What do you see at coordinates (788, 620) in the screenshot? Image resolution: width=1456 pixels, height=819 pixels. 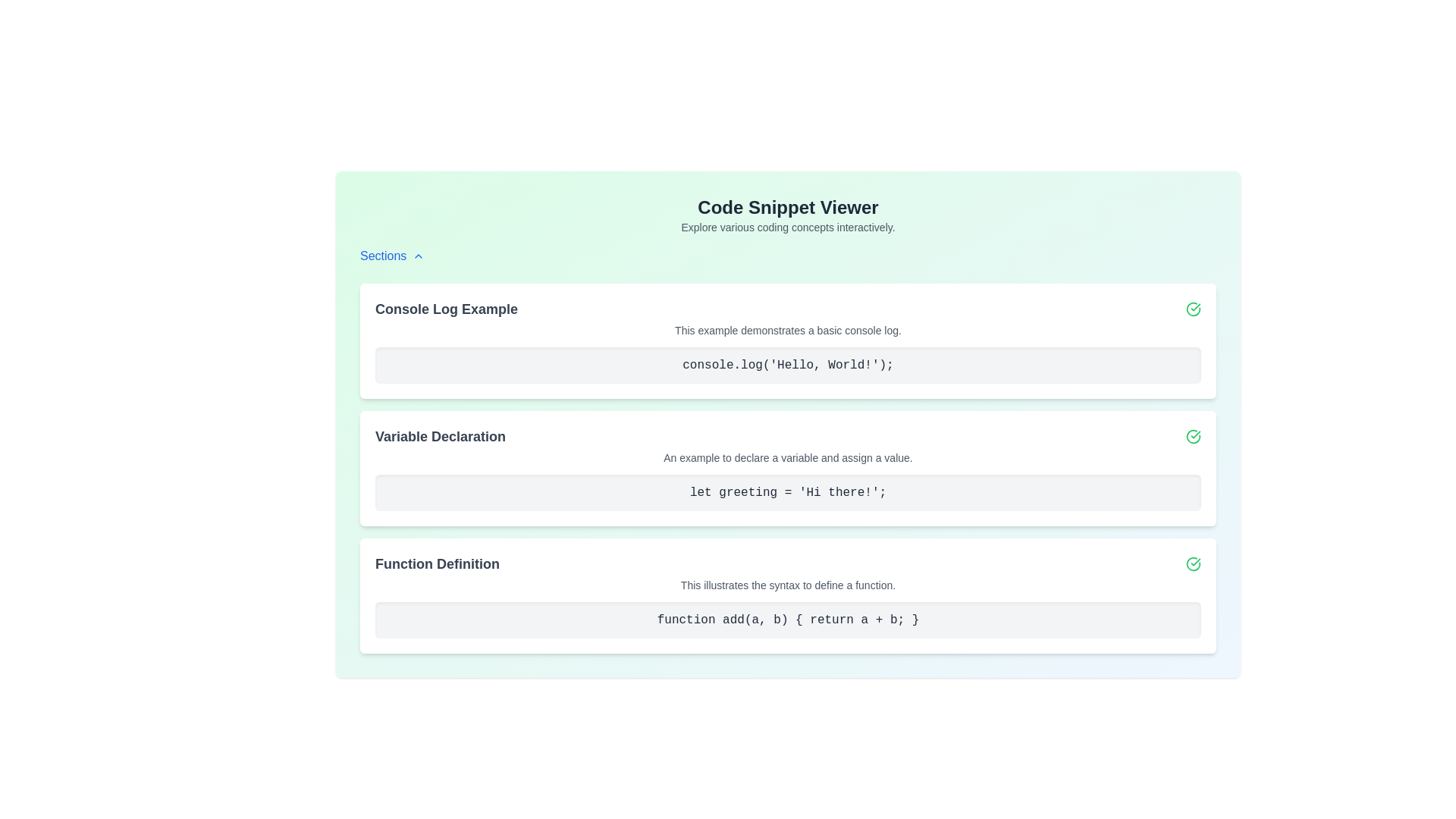 I see `the code snippet box displaying 'function add(a, b) { return a + b; }' located` at bounding box center [788, 620].